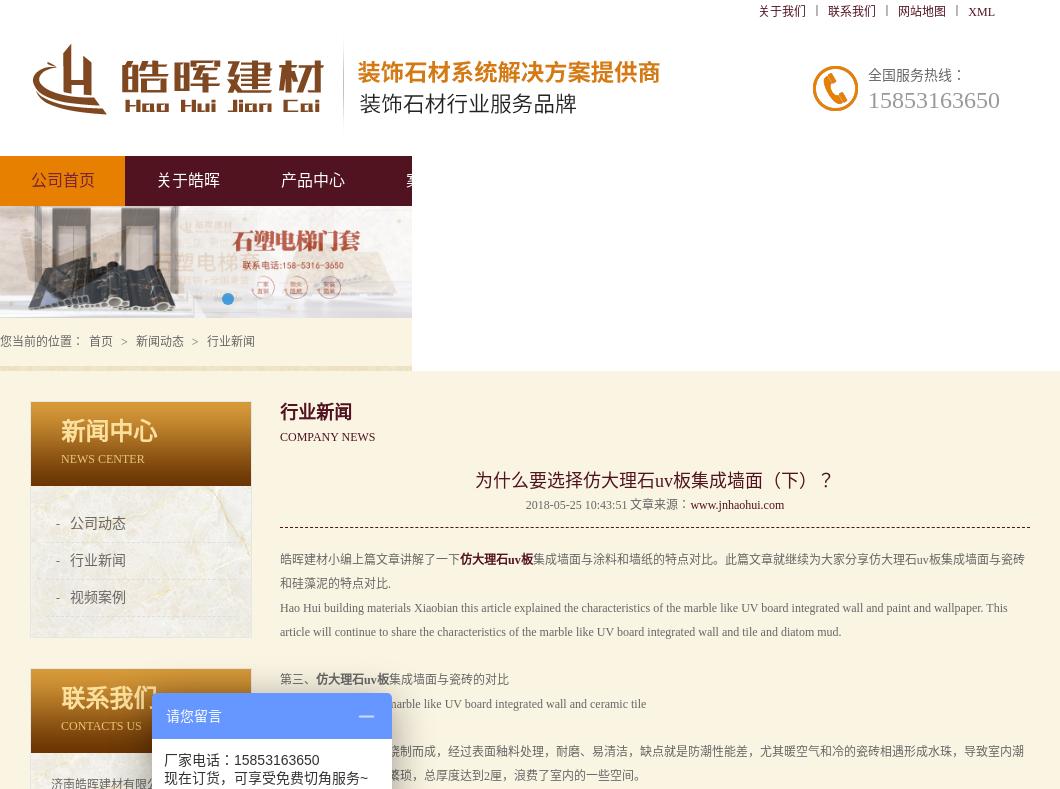 This screenshot has width=1060, height=789. What do you see at coordinates (102, 458) in the screenshot?
I see `'NEWS CENTER'` at bounding box center [102, 458].